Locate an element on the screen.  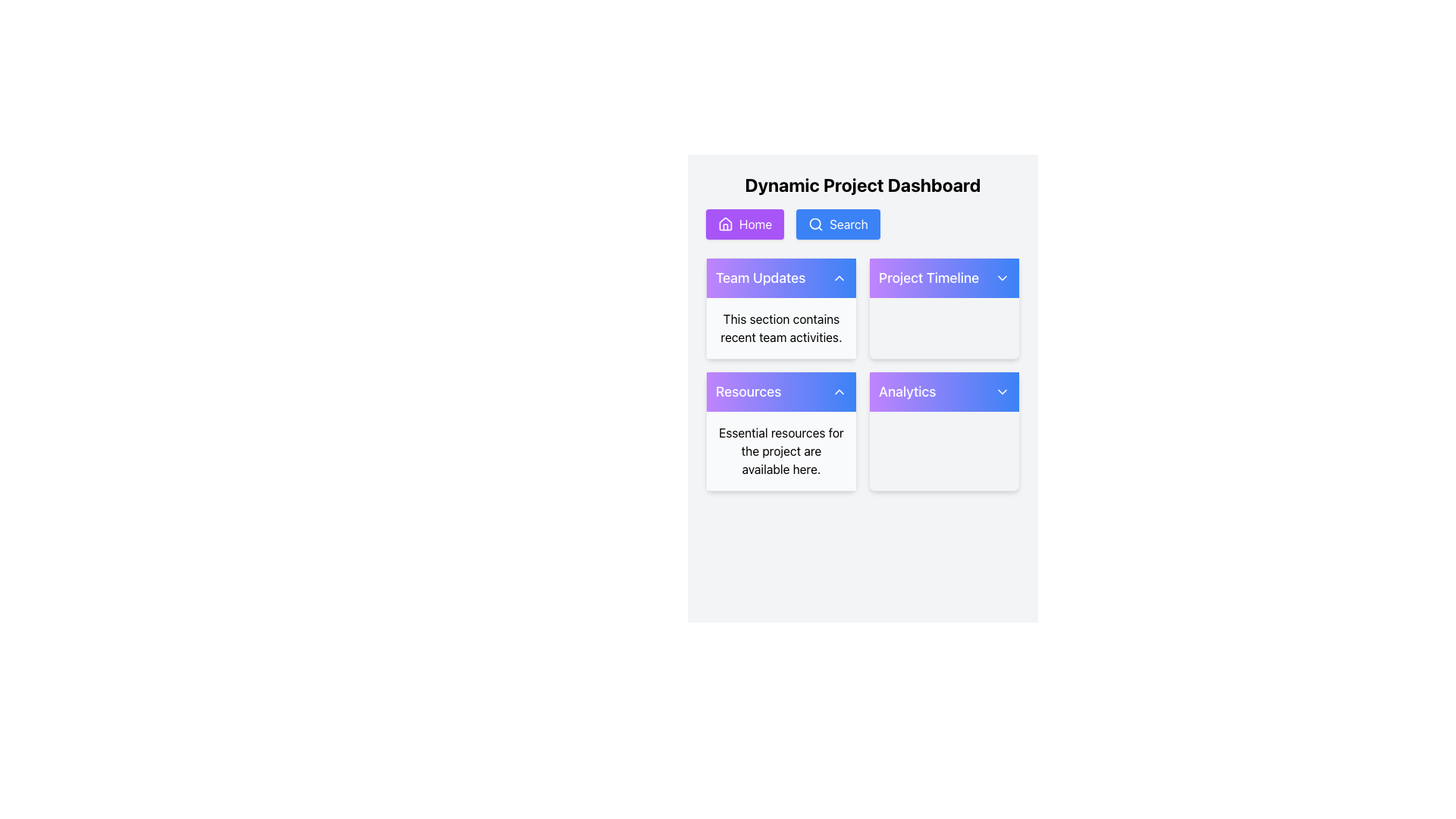
the vibrant purple 'Home' button with rounded edges and a white house icon is located at coordinates (745, 224).